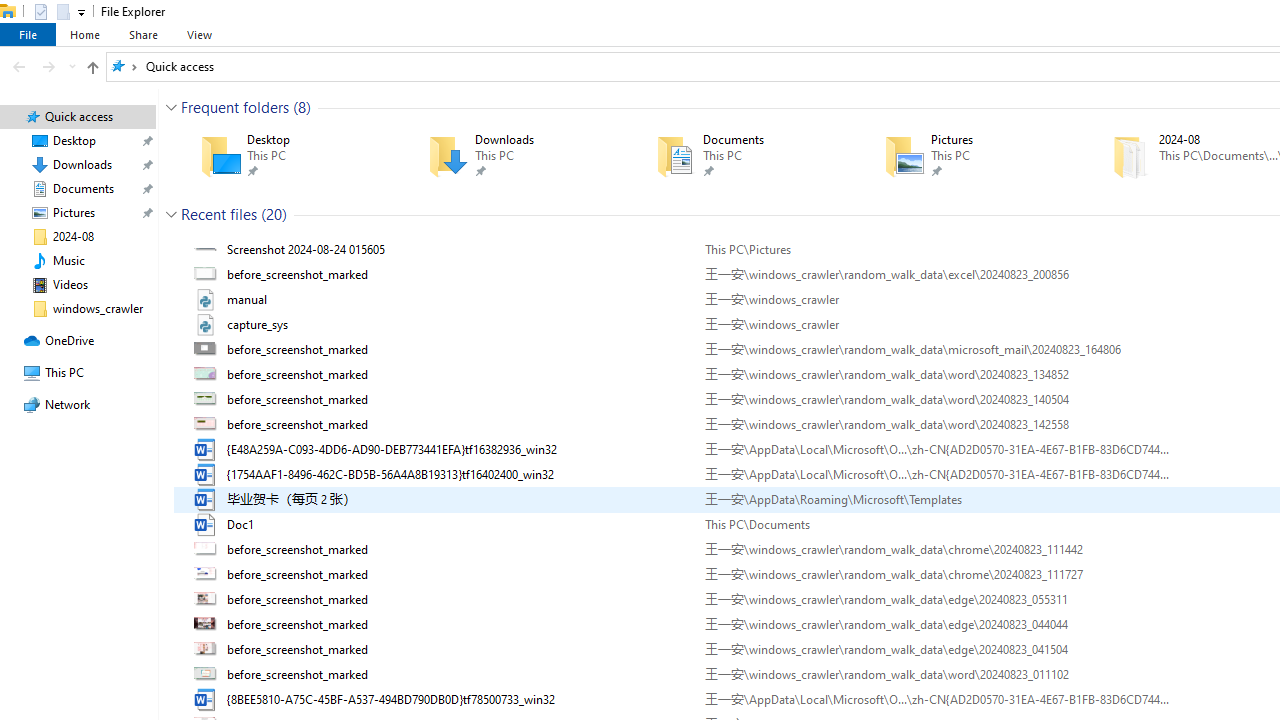  What do you see at coordinates (285, 155) in the screenshot?
I see `'Desktop'` at bounding box center [285, 155].